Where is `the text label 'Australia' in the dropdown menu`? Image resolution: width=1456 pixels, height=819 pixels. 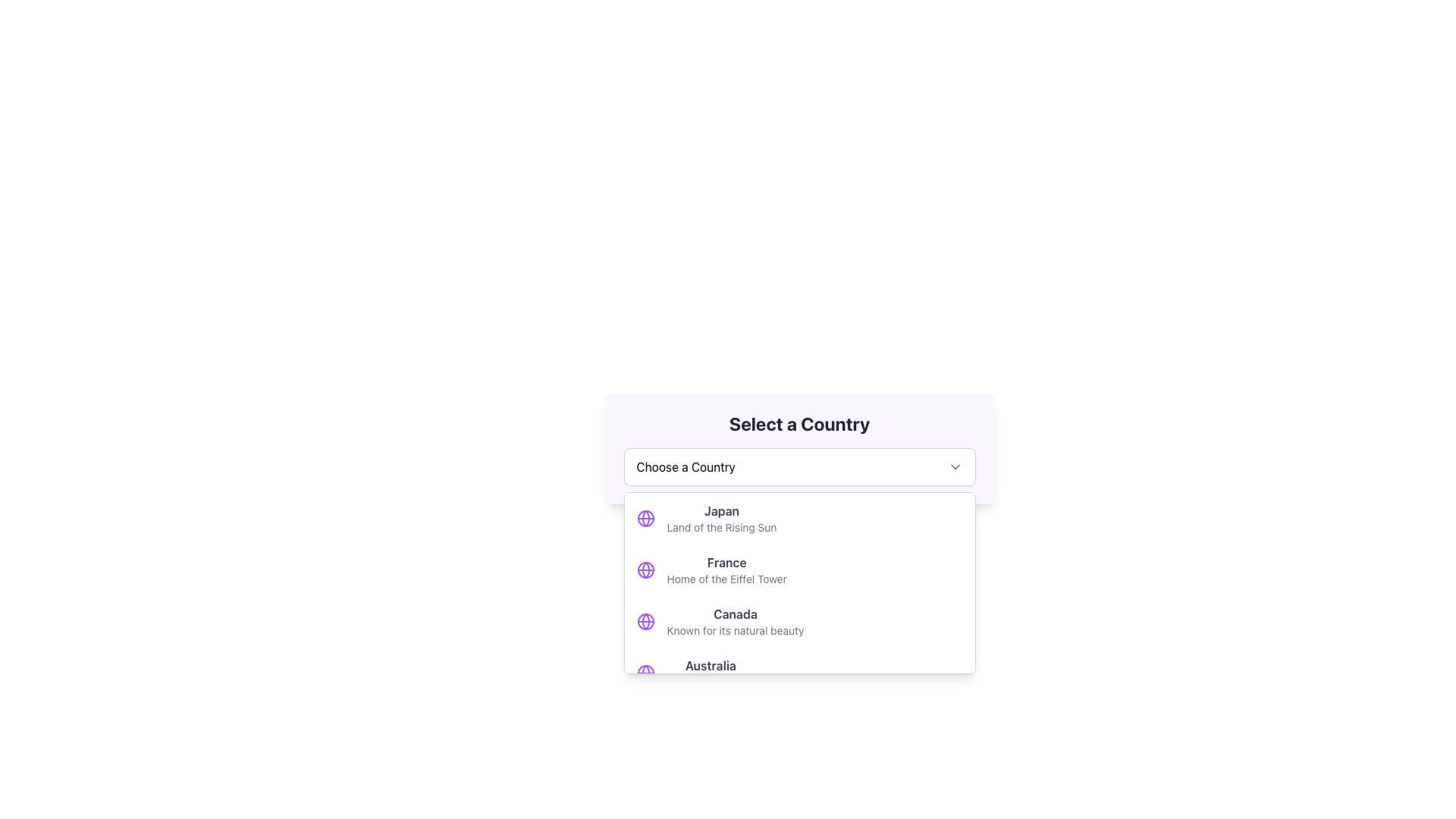
the text label 'Australia' in the dropdown menu is located at coordinates (709, 665).